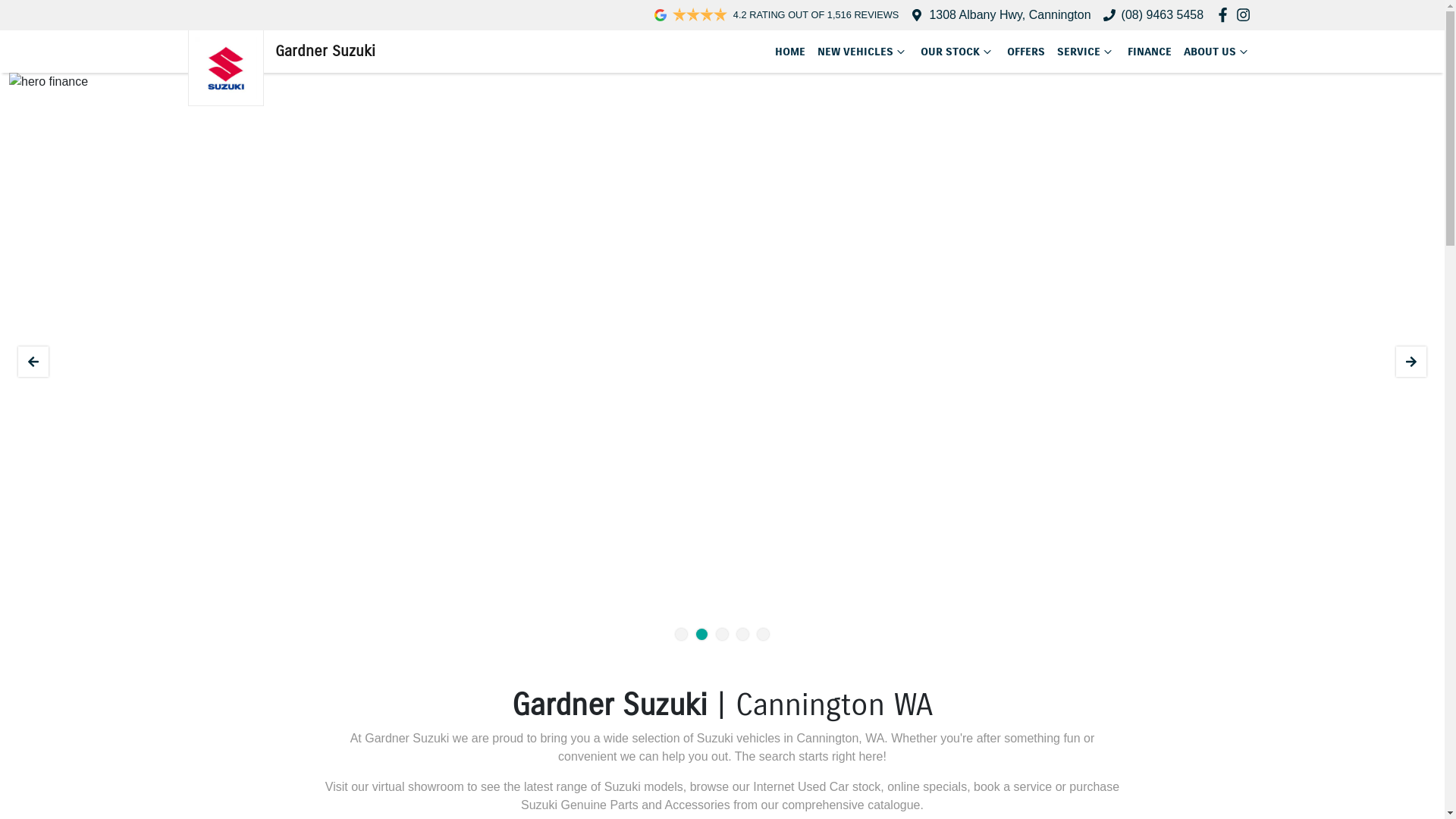 The image size is (1456, 819). I want to click on '(08) 9463 5458', so click(1162, 14).